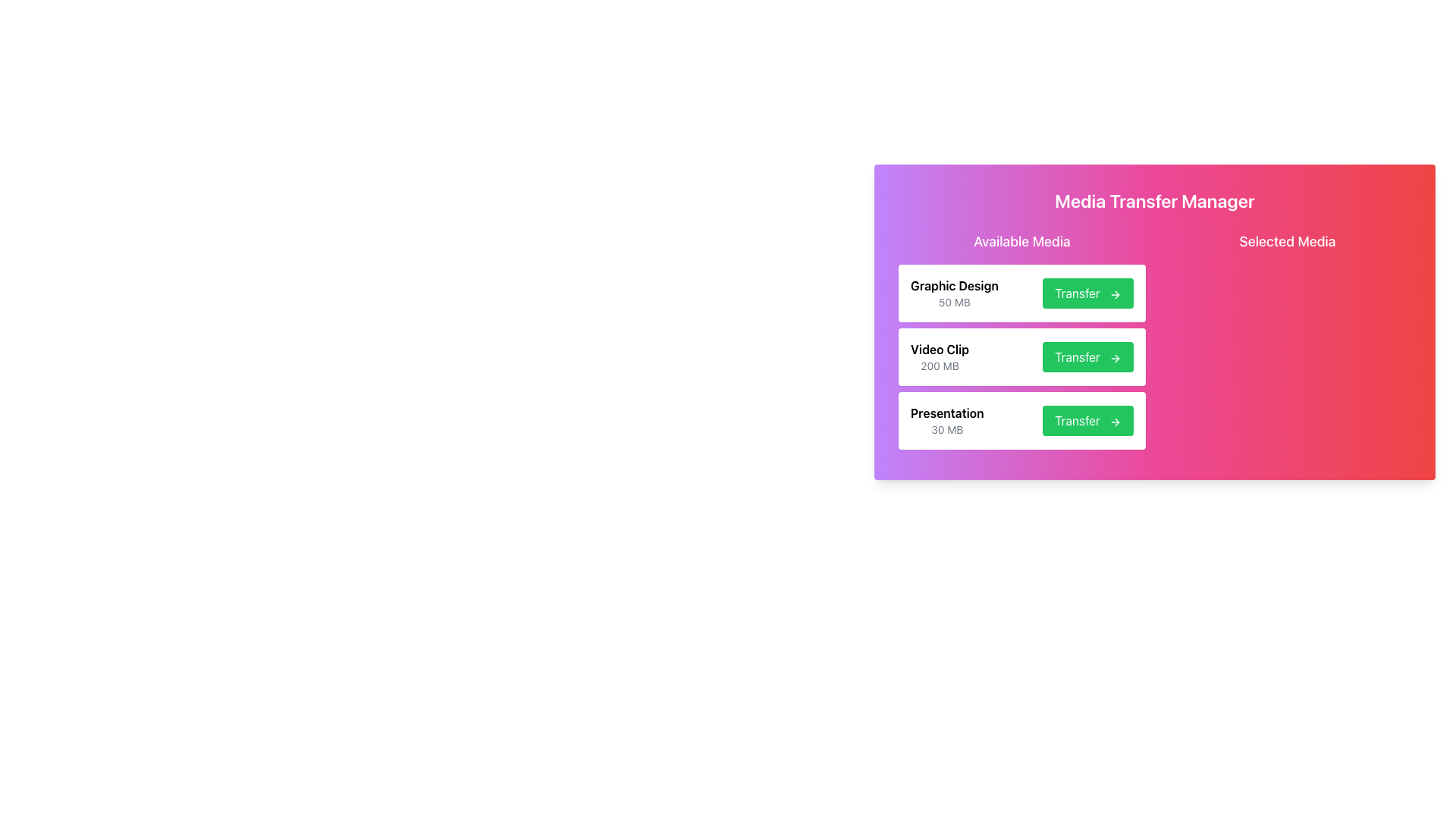 The height and width of the screenshot is (819, 1456). I want to click on the 'Graphic Design' text label in the 'Available Media' section of the 'Media Transfer Manager', which displays 'Graphic Design' in bold and '50 MB' below it, so click(953, 293).